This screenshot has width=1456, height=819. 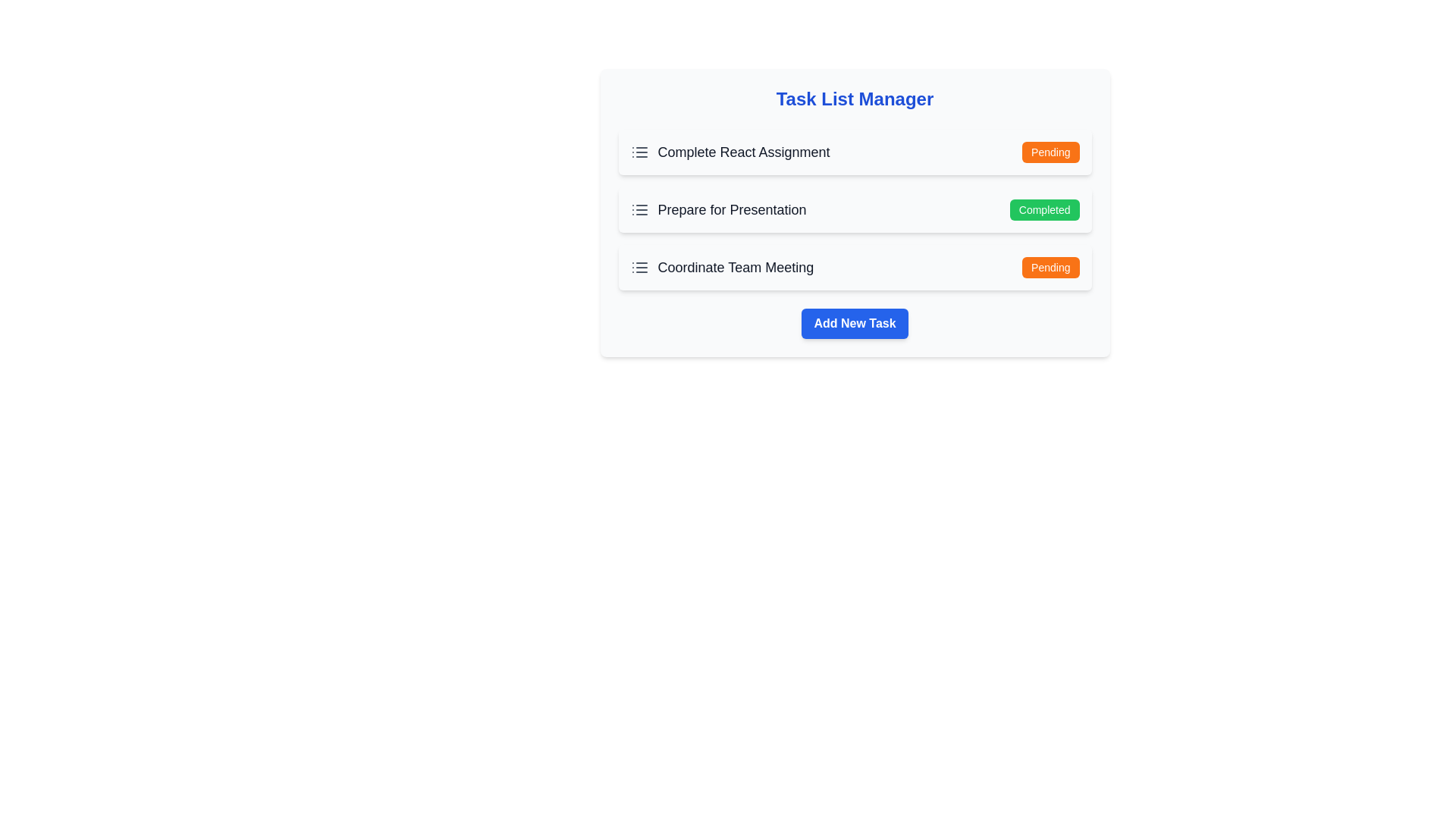 I want to click on the task item Complete React Assignment to observe any visual changes or tooltips, so click(x=730, y=152).